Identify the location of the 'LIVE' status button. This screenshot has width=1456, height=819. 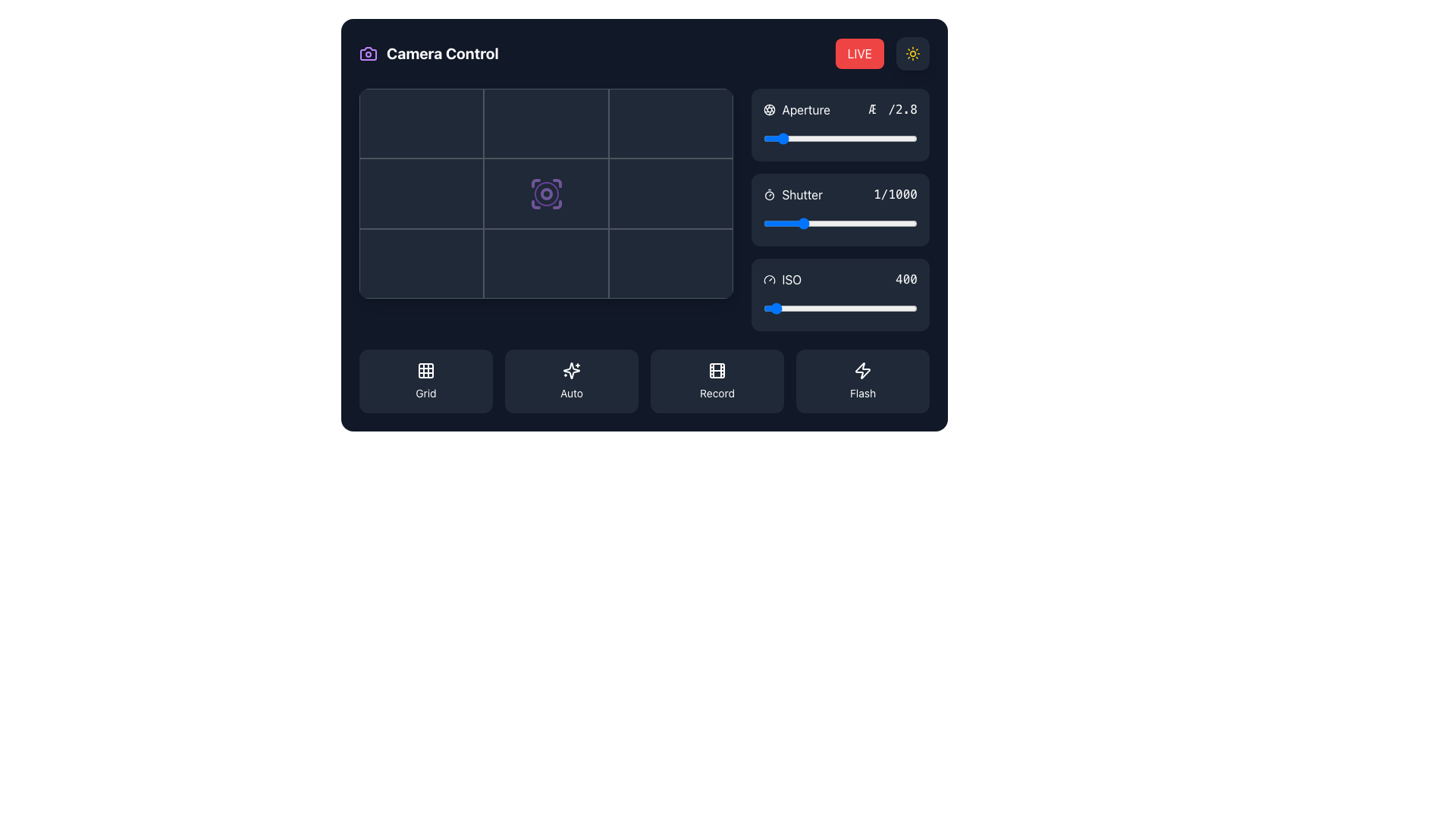
(882, 52).